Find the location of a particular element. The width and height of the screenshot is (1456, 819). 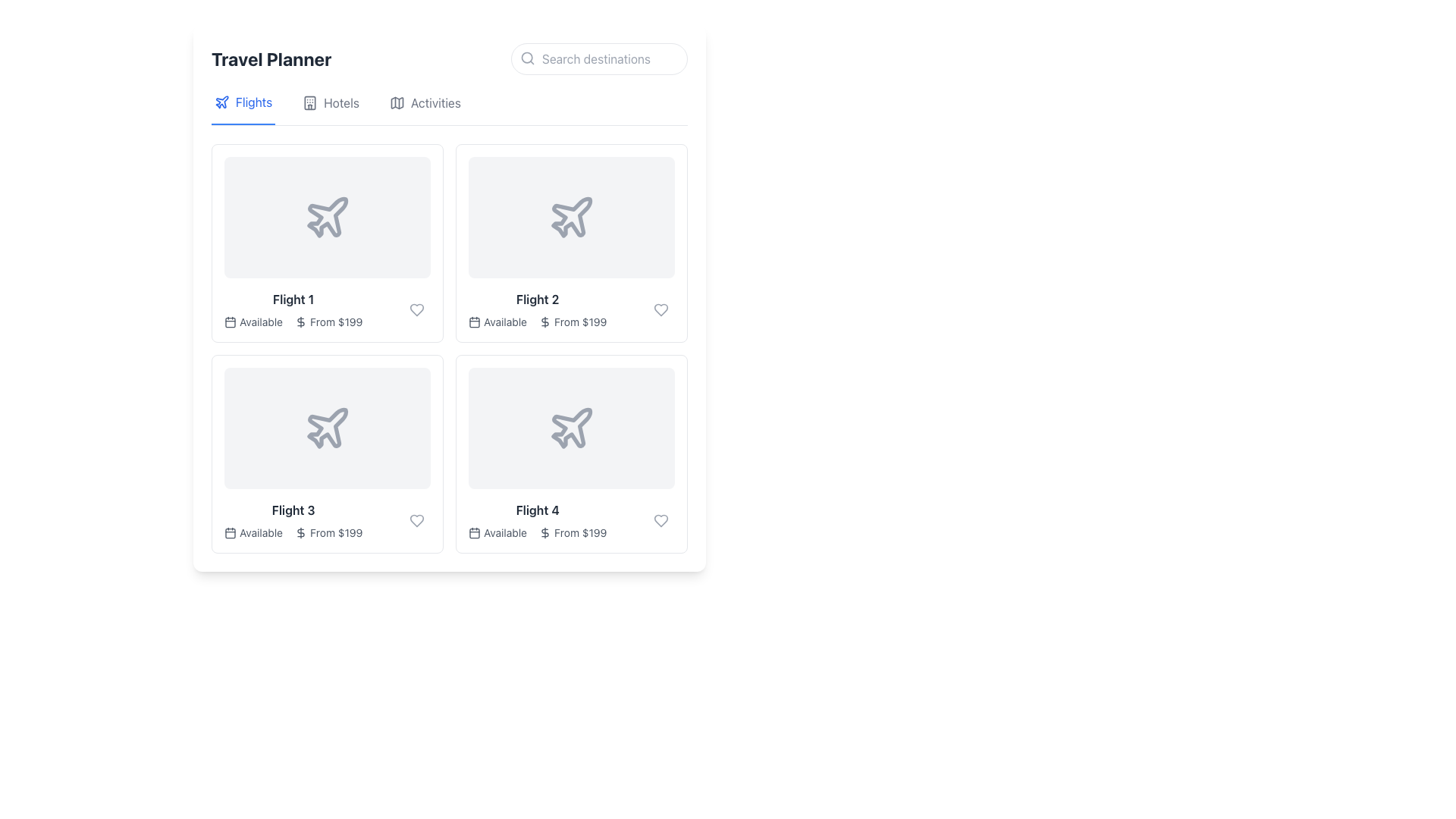

the second airplane icon in the 'Travel Planner' interface is located at coordinates (570, 217).